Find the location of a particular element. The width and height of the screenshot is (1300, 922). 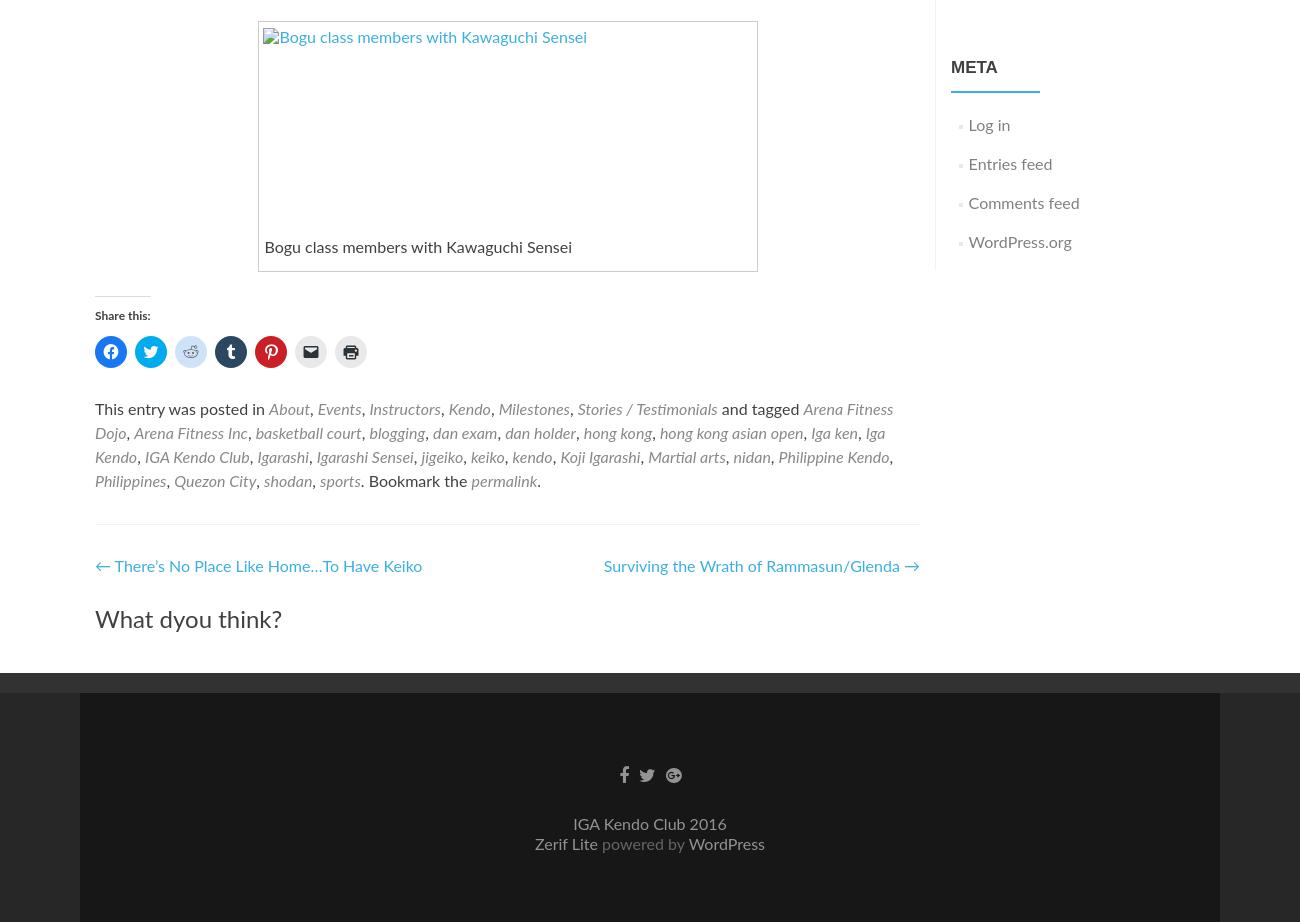

'Stories / Testimonials' is located at coordinates (647, 407).